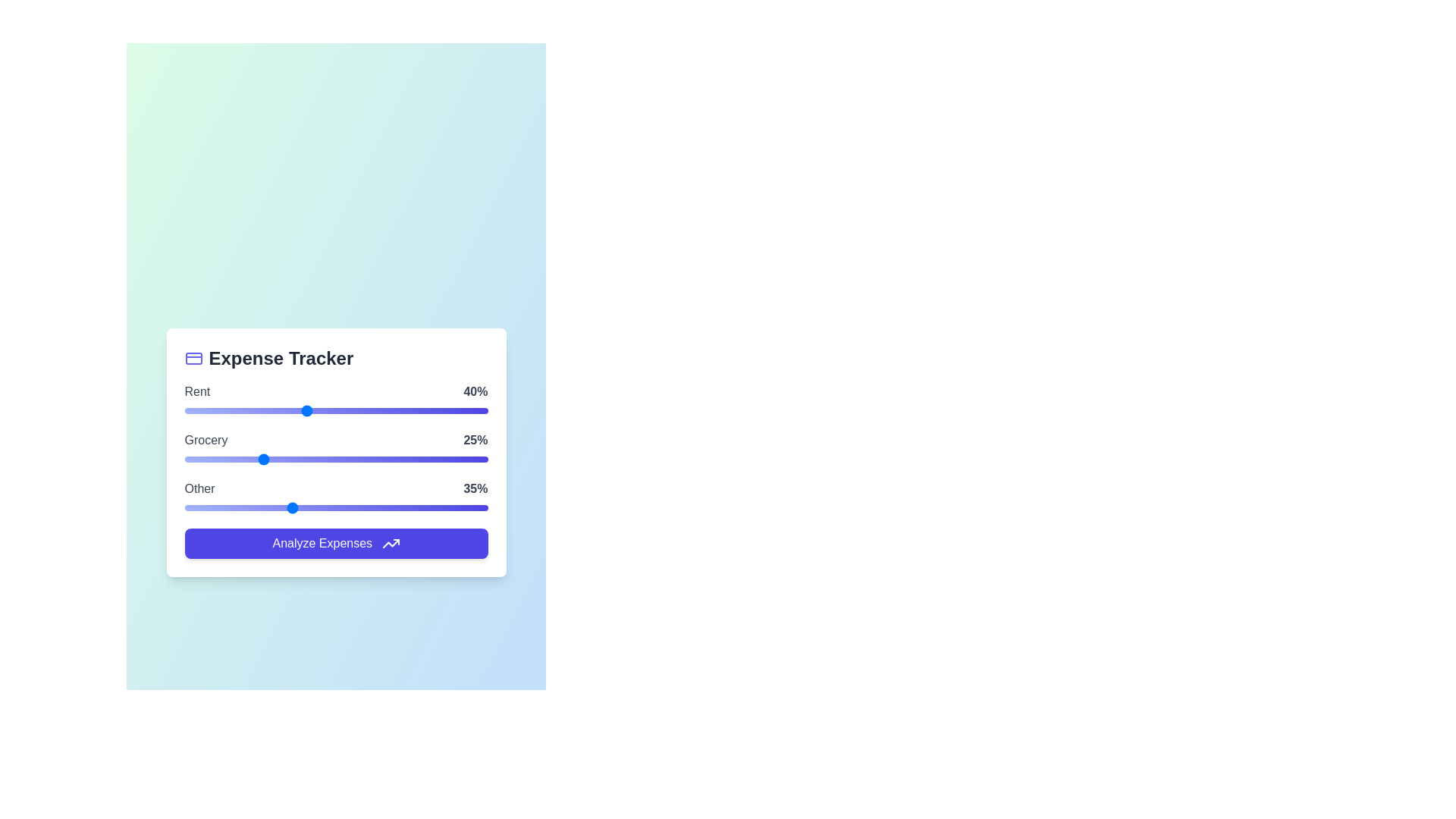 The width and height of the screenshot is (1456, 819). What do you see at coordinates (332, 410) in the screenshot?
I see `the 'Rent' slider to 49%` at bounding box center [332, 410].